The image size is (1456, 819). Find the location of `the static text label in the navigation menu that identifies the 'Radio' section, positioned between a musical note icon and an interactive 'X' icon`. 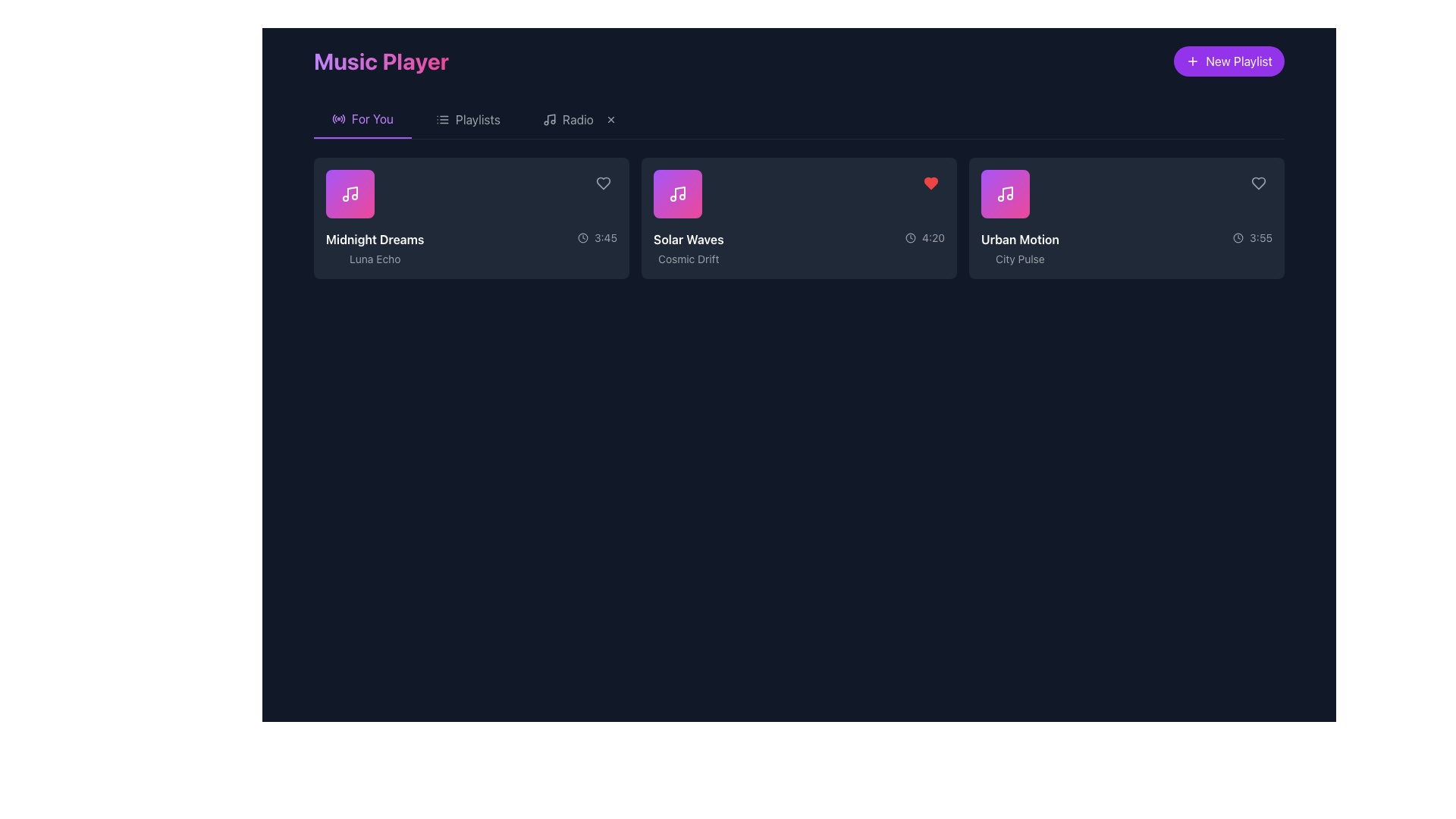

the static text label in the navigation menu that identifies the 'Radio' section, positioned between a musical note icon and an interactive 'X' icon is located at coordinates (577, 119).